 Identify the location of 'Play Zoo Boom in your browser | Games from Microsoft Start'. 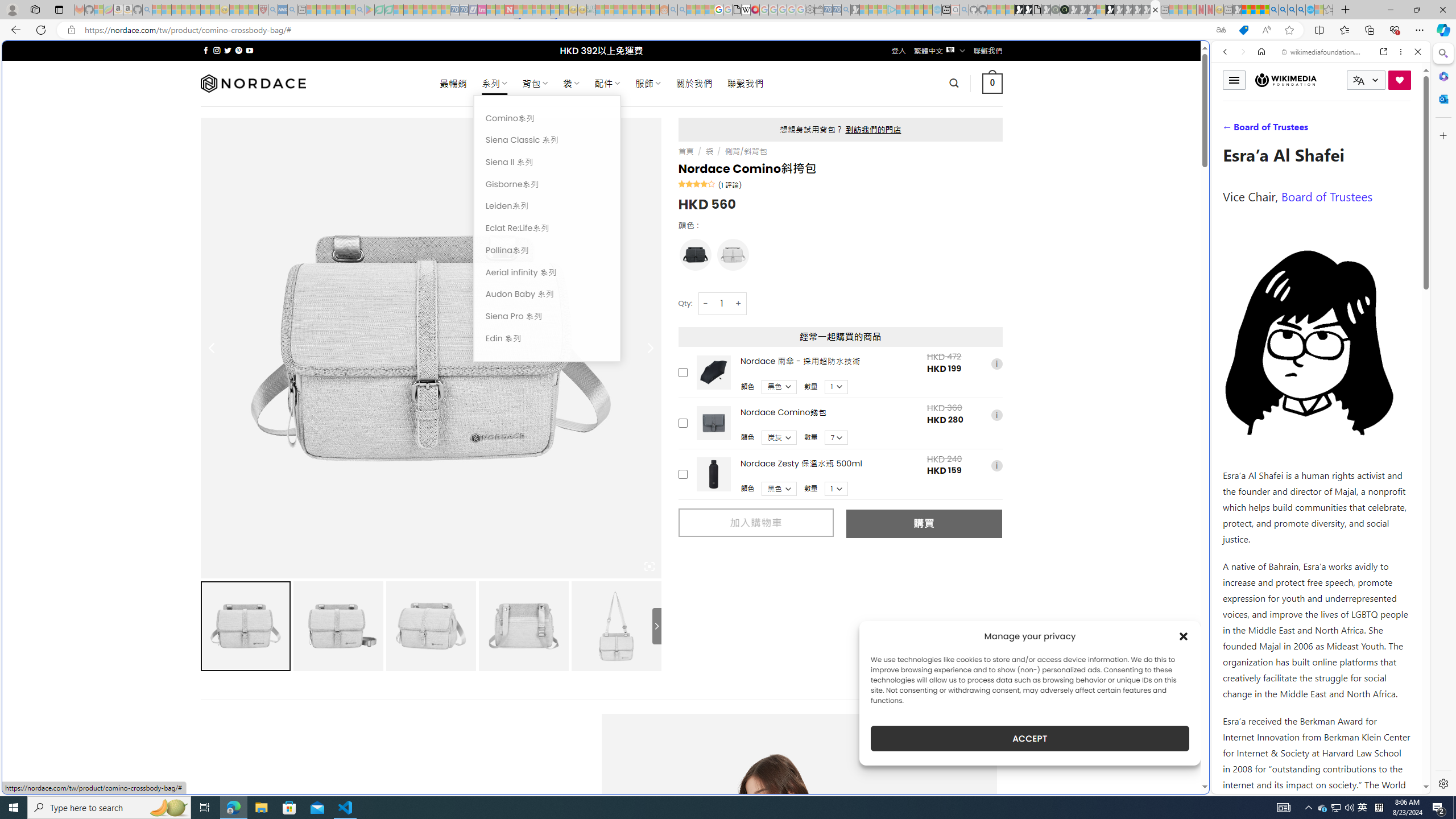
(1027, 9).